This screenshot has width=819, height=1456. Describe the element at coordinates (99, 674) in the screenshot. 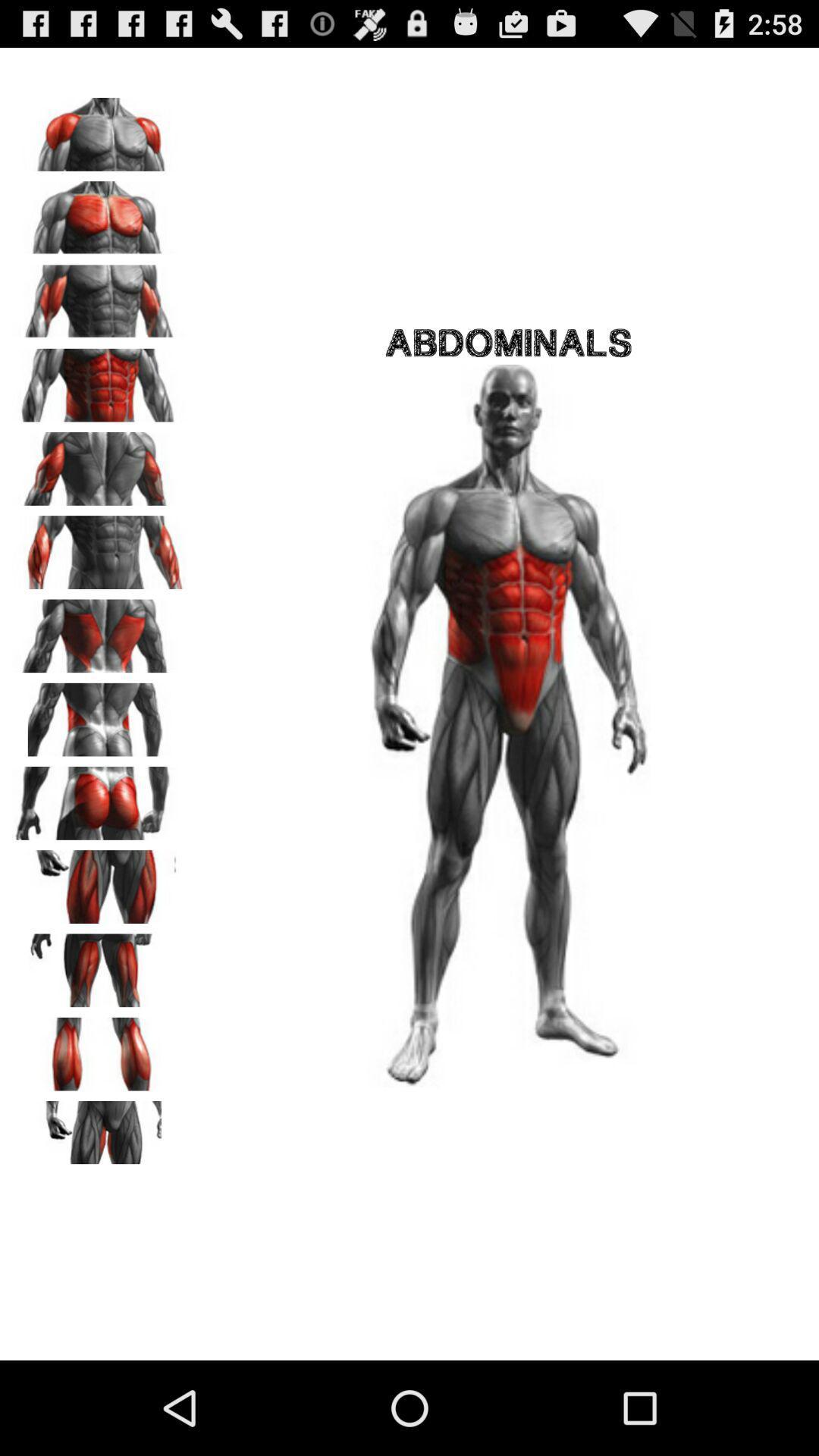

I see `the font icon` at that location.